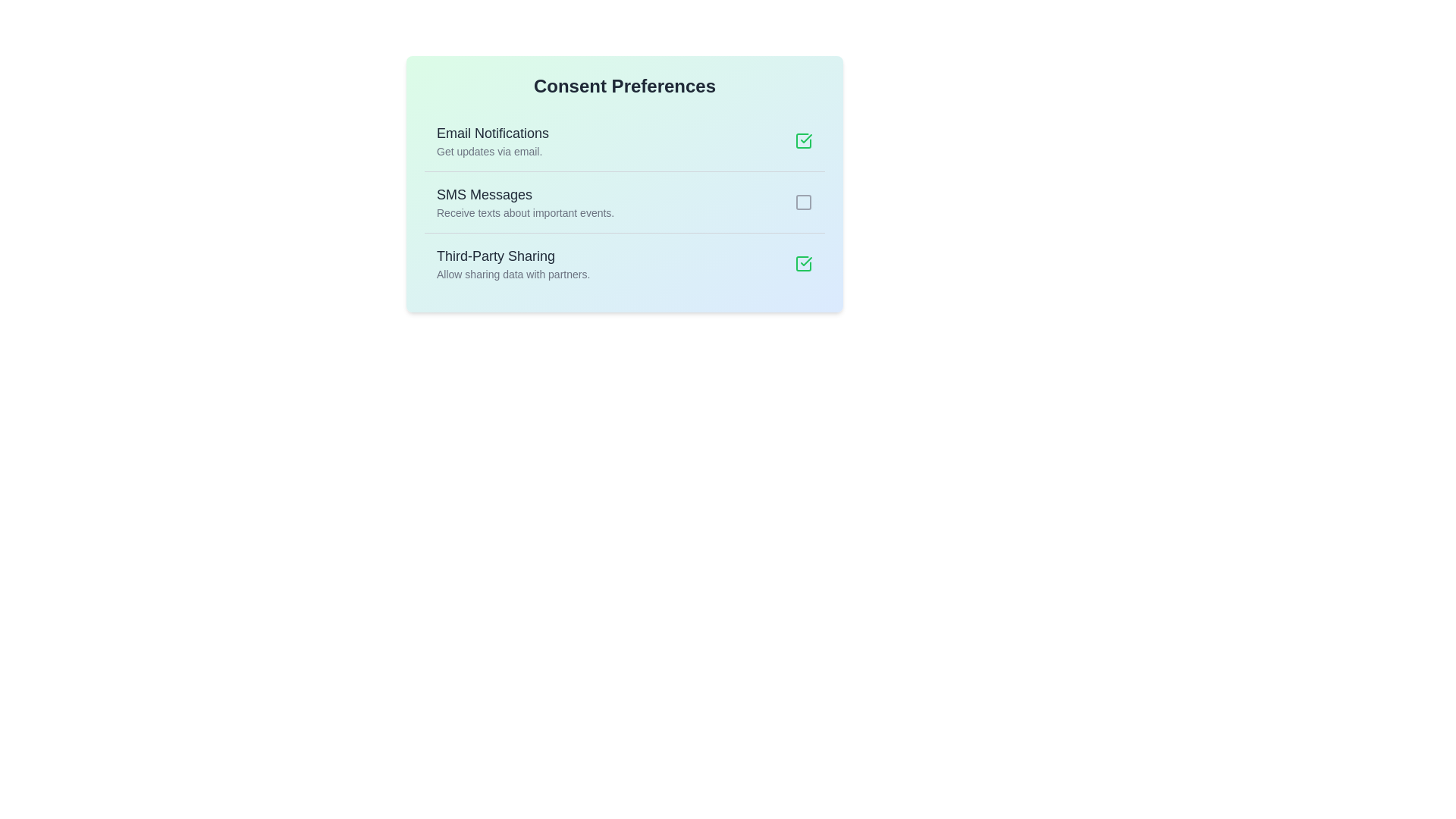  I want to click on the header of the Consent Preferences component, so click(625, 86).